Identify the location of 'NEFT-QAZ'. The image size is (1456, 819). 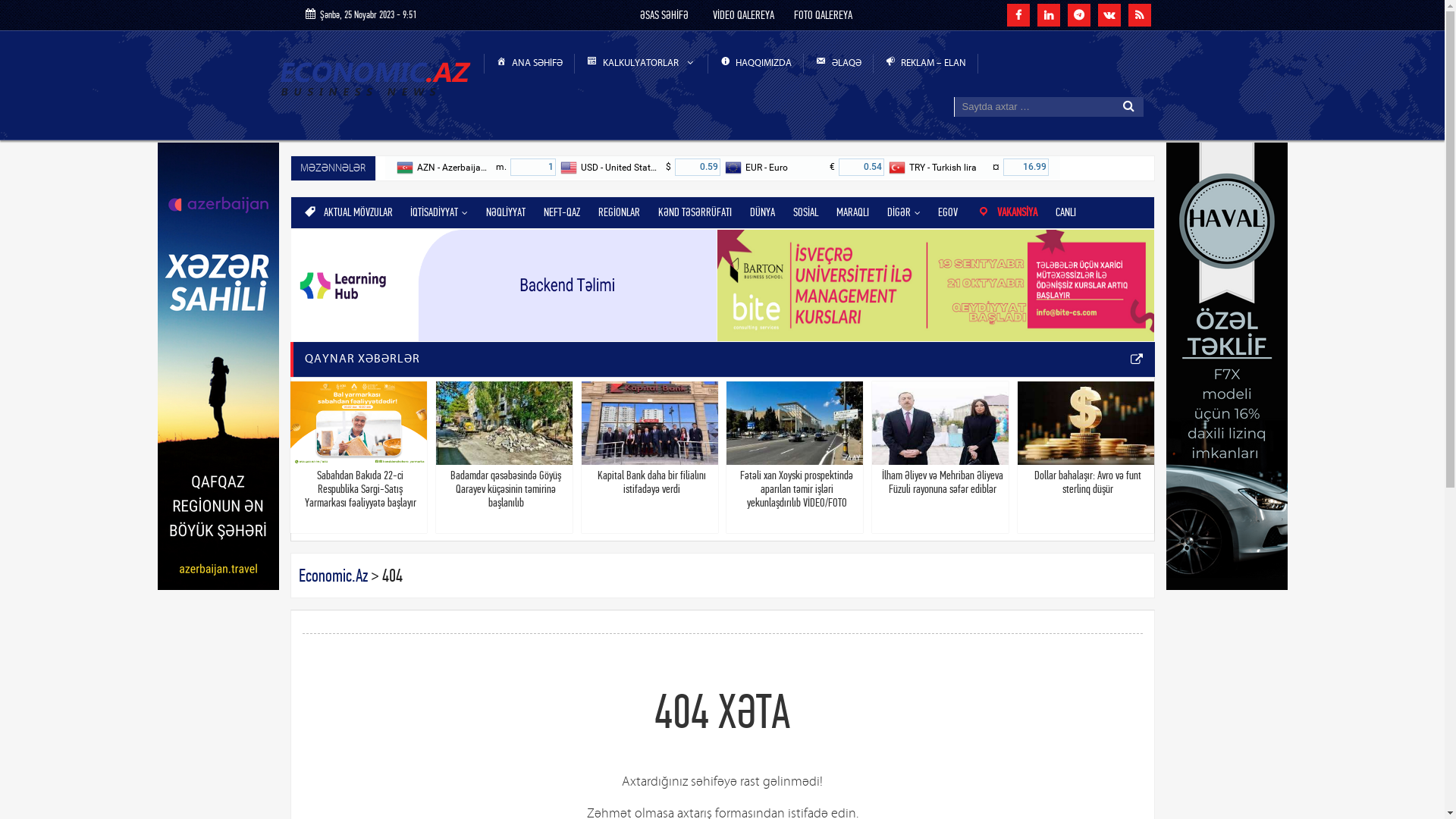
(560, 212).